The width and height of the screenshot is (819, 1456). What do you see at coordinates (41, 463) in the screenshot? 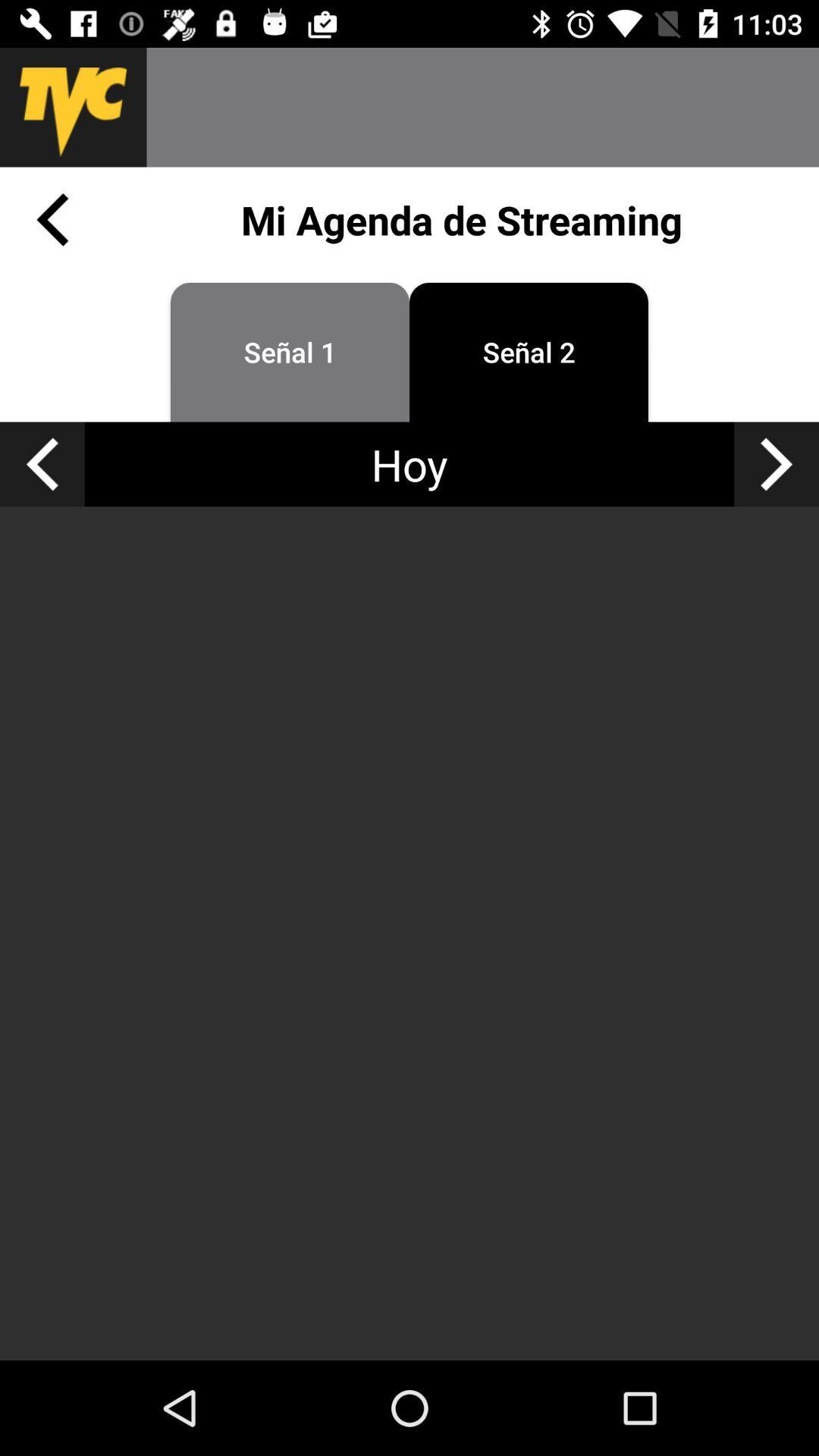
I see `previous` at bounding box center [41, 463].